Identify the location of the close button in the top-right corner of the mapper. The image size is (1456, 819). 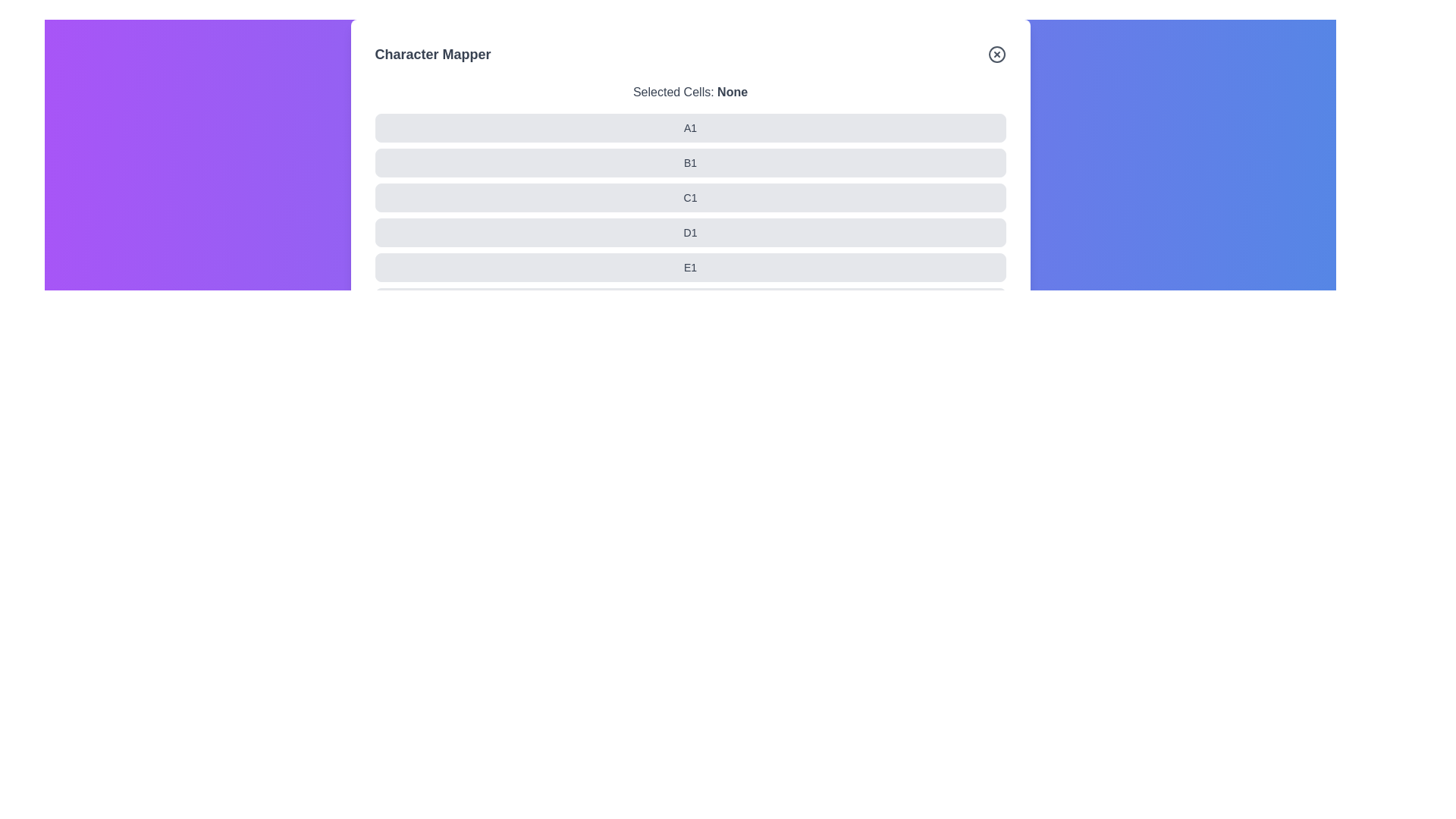
(996, 54).